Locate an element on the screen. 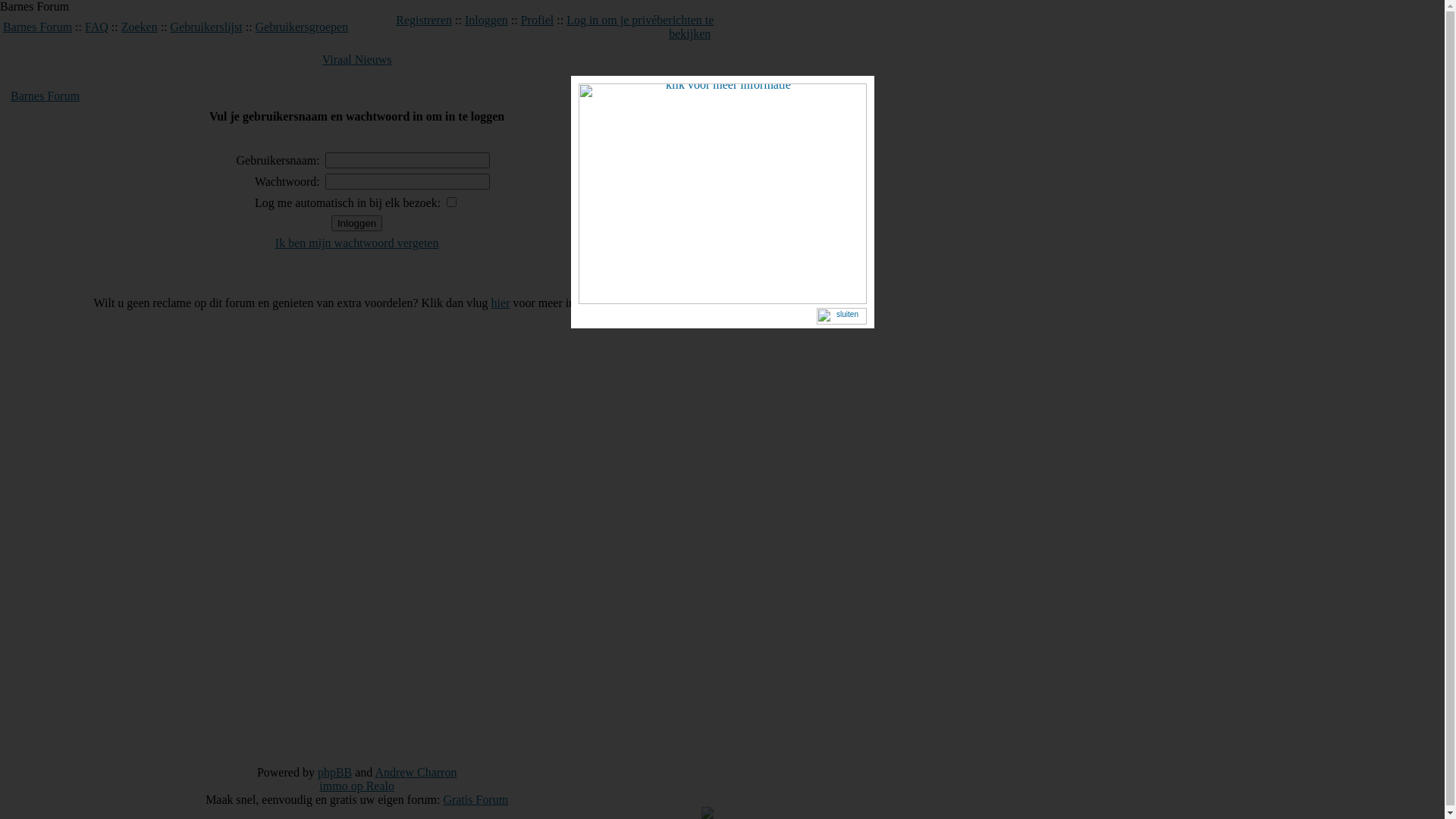 The height and width of the screenshot is (819, 1456). 'Barnes Forum' is located at coordinates (37, 27).